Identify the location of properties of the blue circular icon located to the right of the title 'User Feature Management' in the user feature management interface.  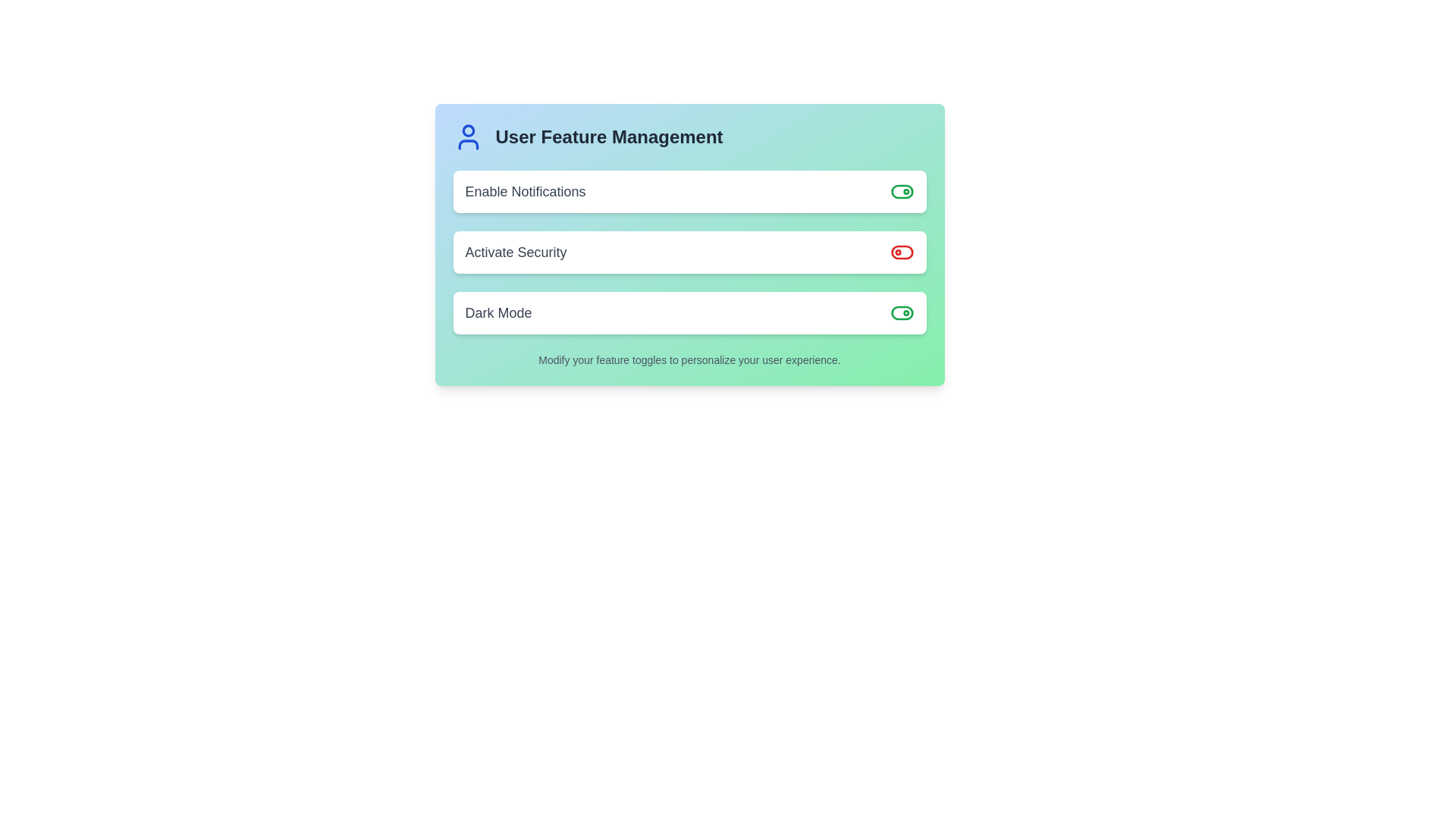
(467, 130).